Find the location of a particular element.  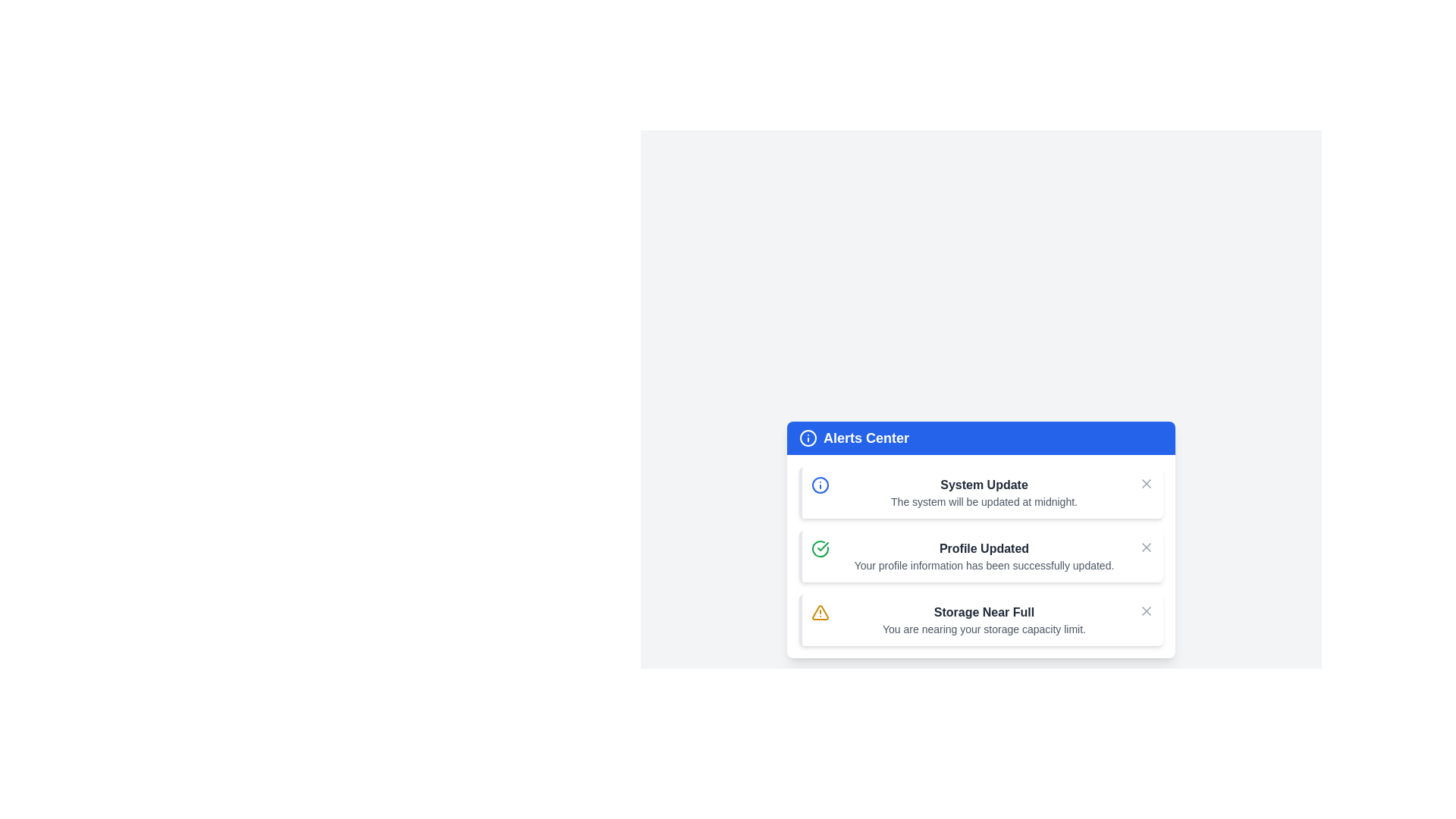

text message 'Your profile information has been successfully updated.' located below the 'Profile Updated' heading in the 'Alerts Center' is located at coordinates (984, 565).